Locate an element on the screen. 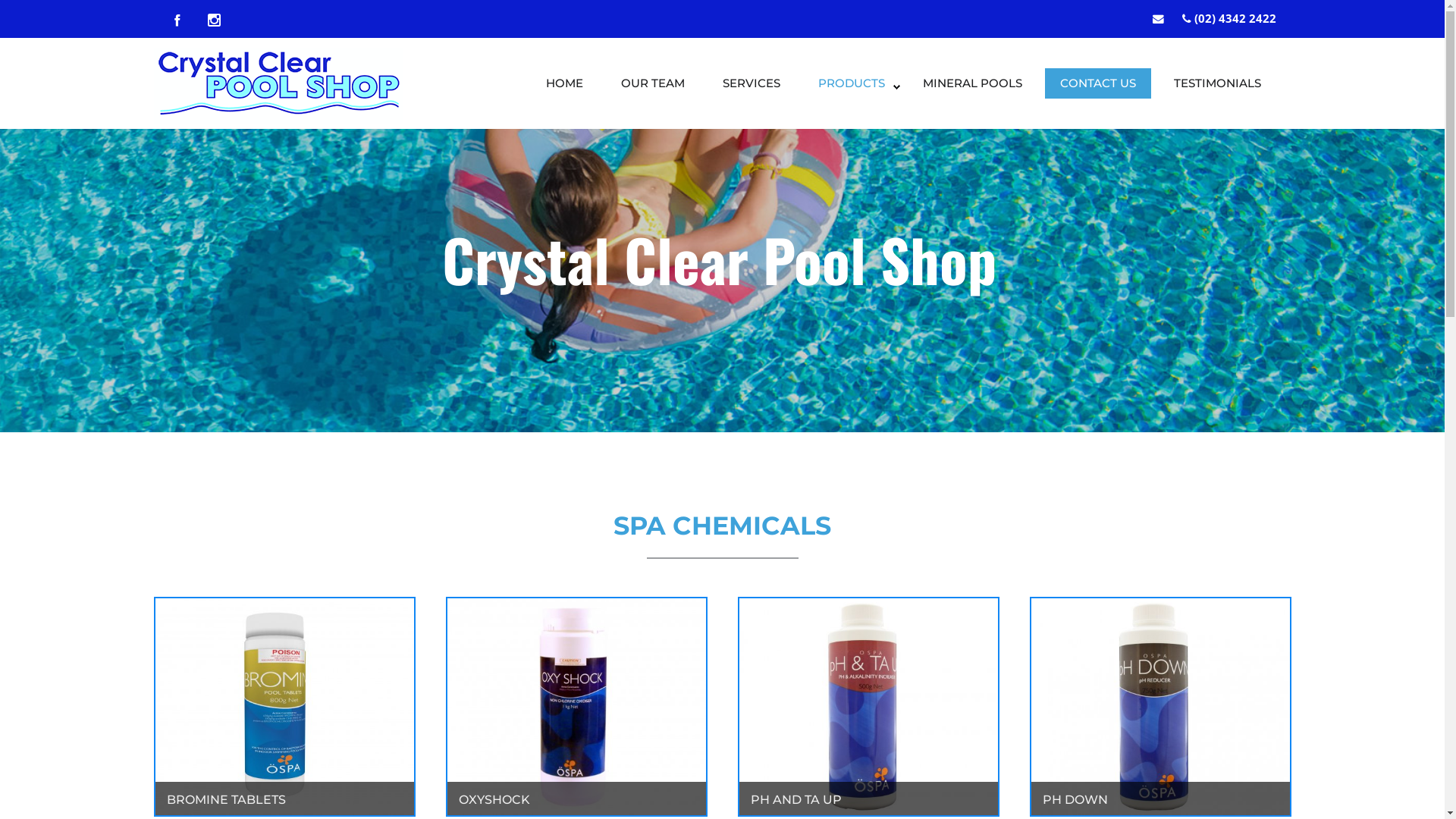 The image size is (1456, 819). 'CONTACT US' is located at coordinates (1098, 83).